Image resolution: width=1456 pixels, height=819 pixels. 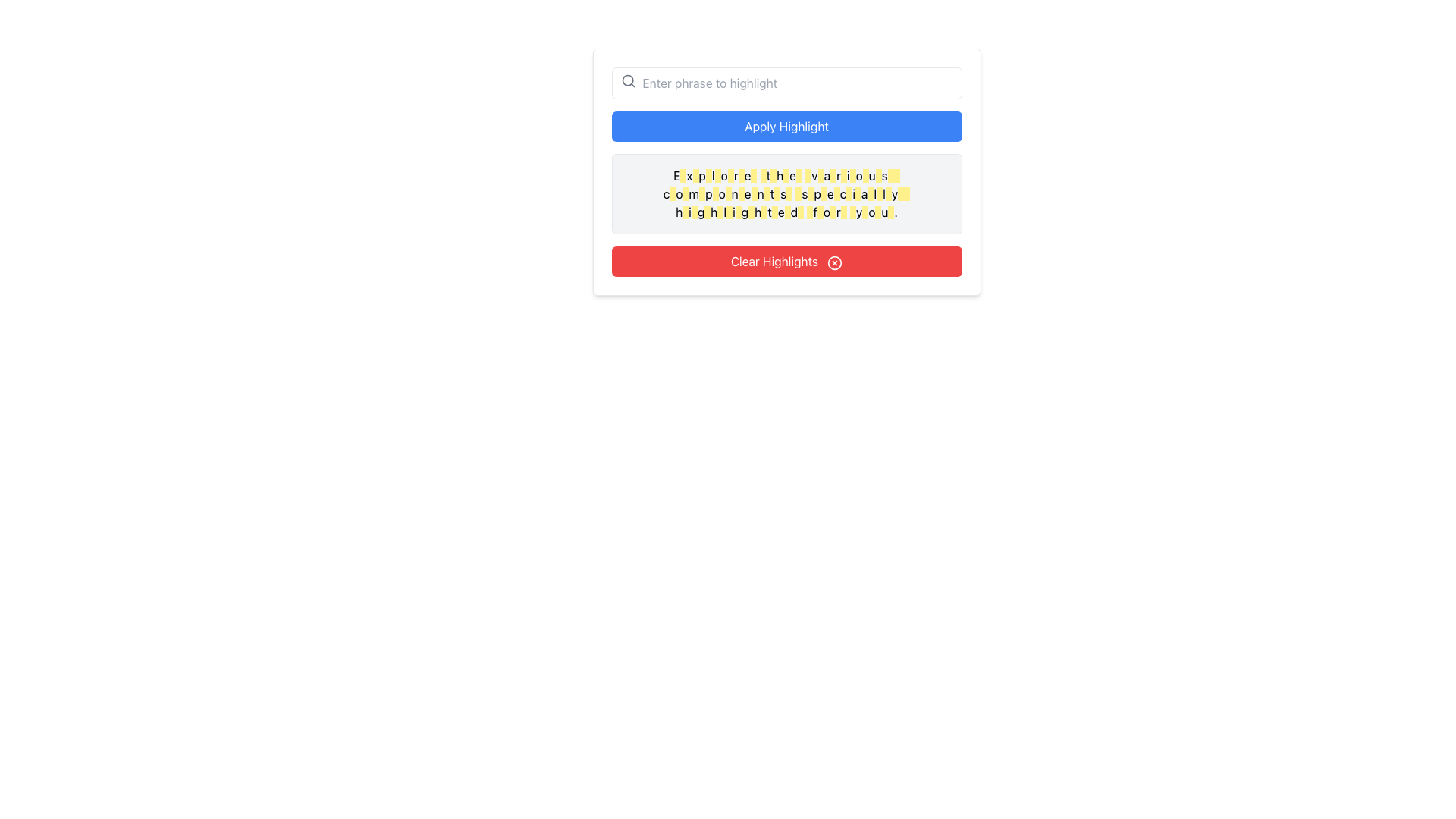 I want to click on the fourth highlighted segment with a yellow background and dark yellow text styling in the middle of a descriptive sentence, so click(x=714, y=193).